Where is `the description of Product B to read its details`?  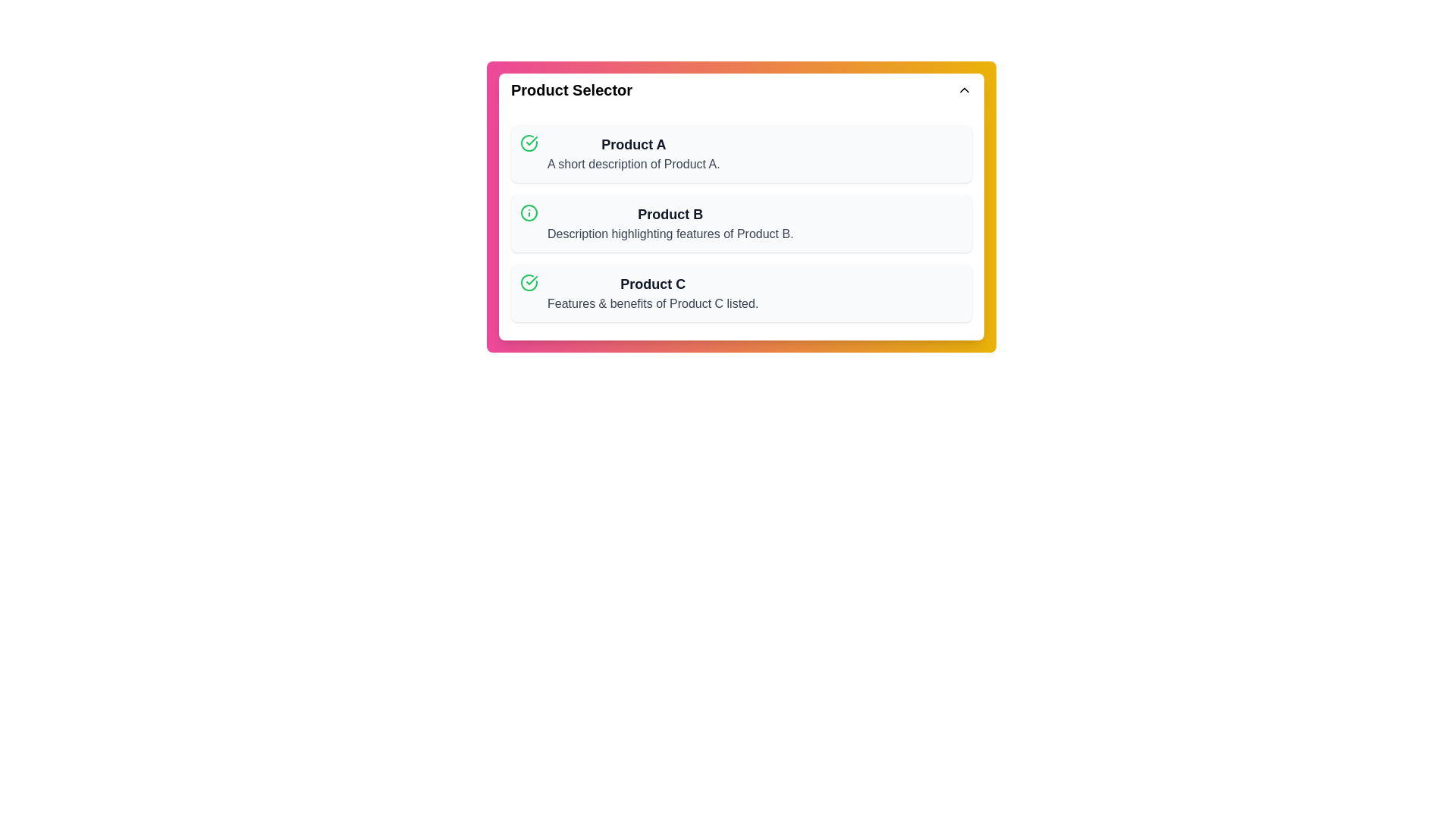
the description of Product B to read its details is located at coordinates (669, 223).